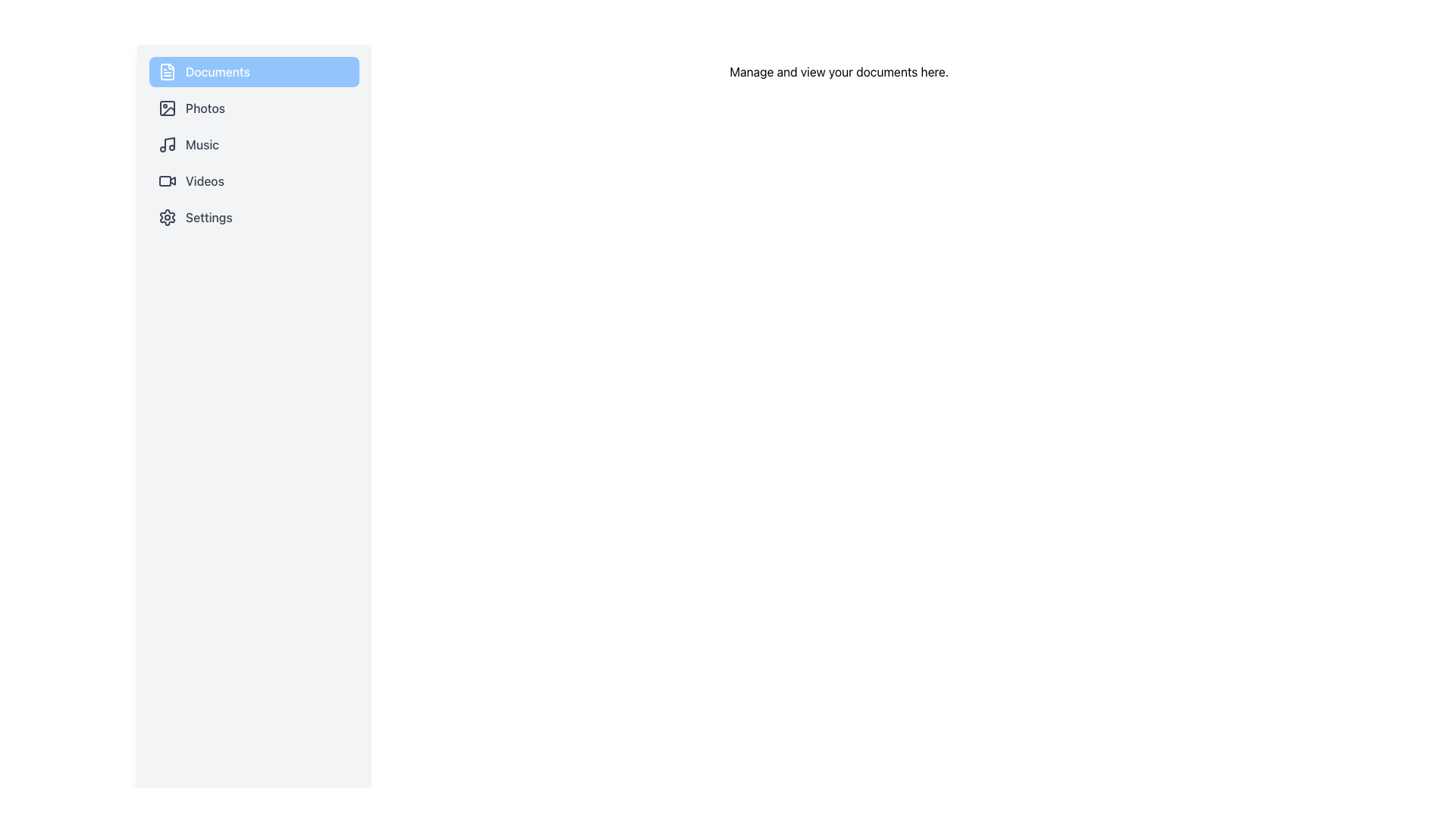  What do you see at coordinates (208, 217) in the screenshot?
I see `the 'Settings' text label in the vertical navigation menu, which is bold and medium-sized, located beside a gear icon` at bounding box center [208, 217].